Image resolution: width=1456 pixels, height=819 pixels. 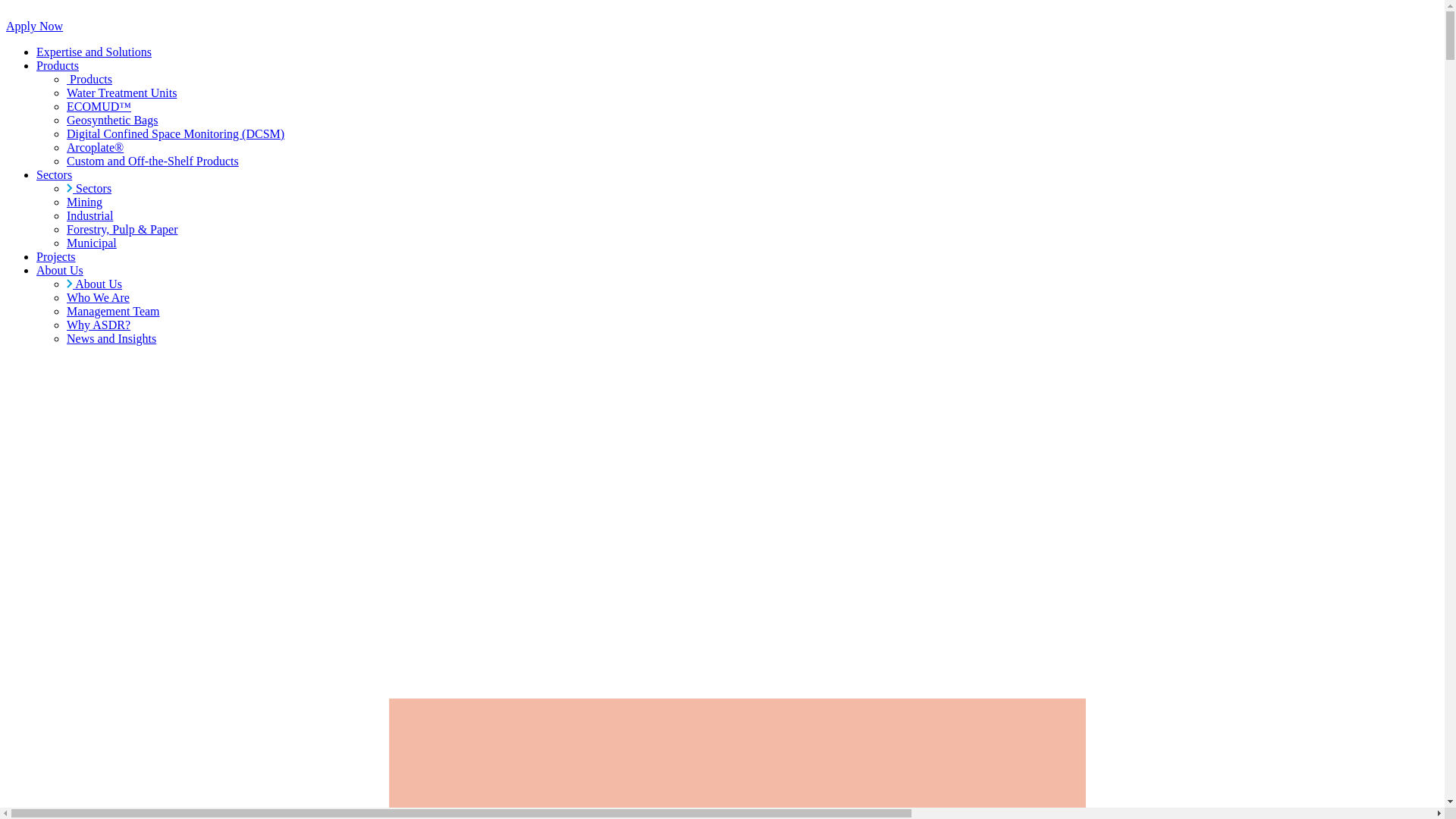 What do you see at coordinates (175, 133) in the screenshot?
I see `'Digital Confined Space Monitoring (DCSM)'` at bounding box center [175, 133].